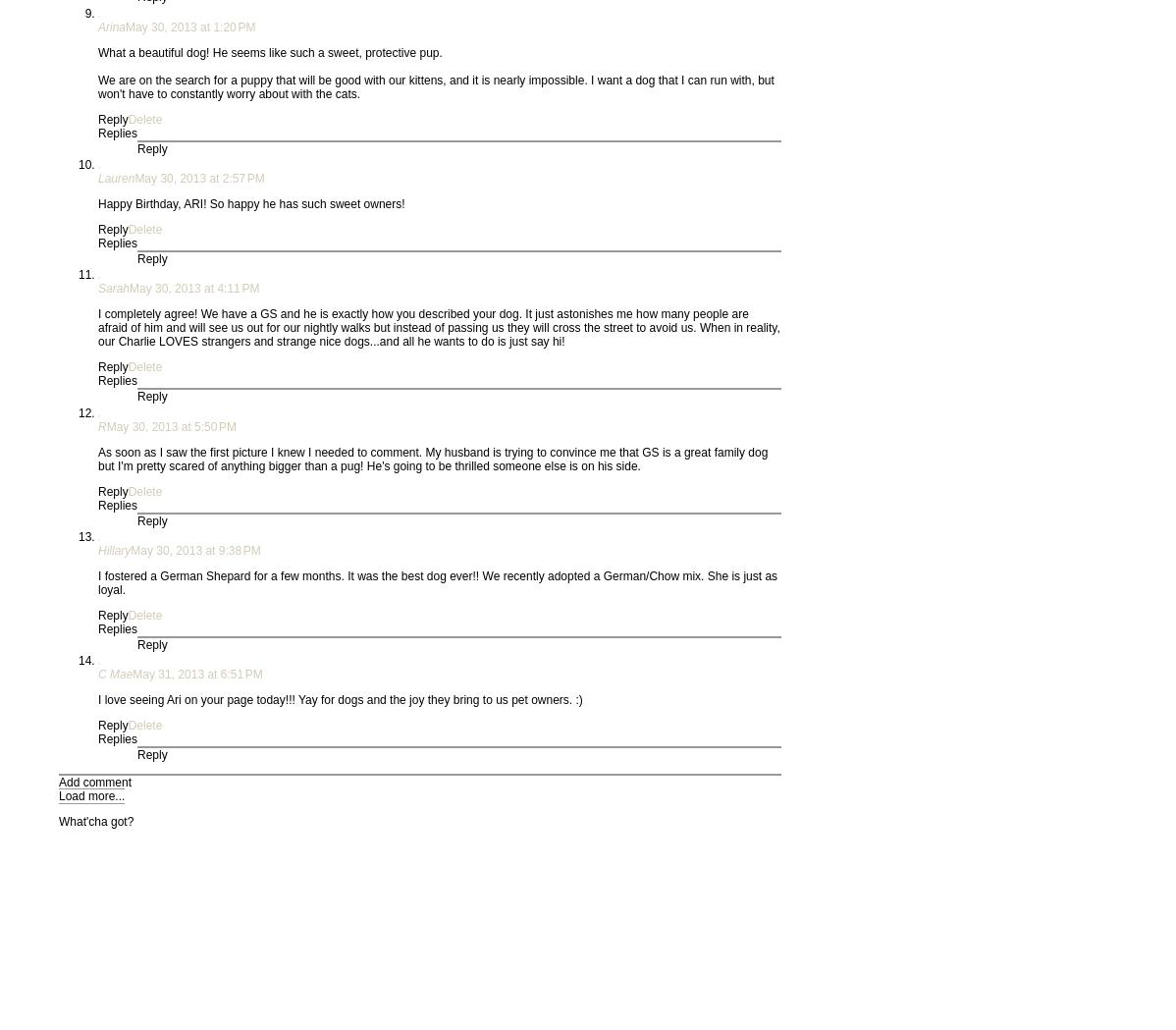 This screenshot has width=1176, height=1030. I want to click on 'Hillary', so click(113, 551).